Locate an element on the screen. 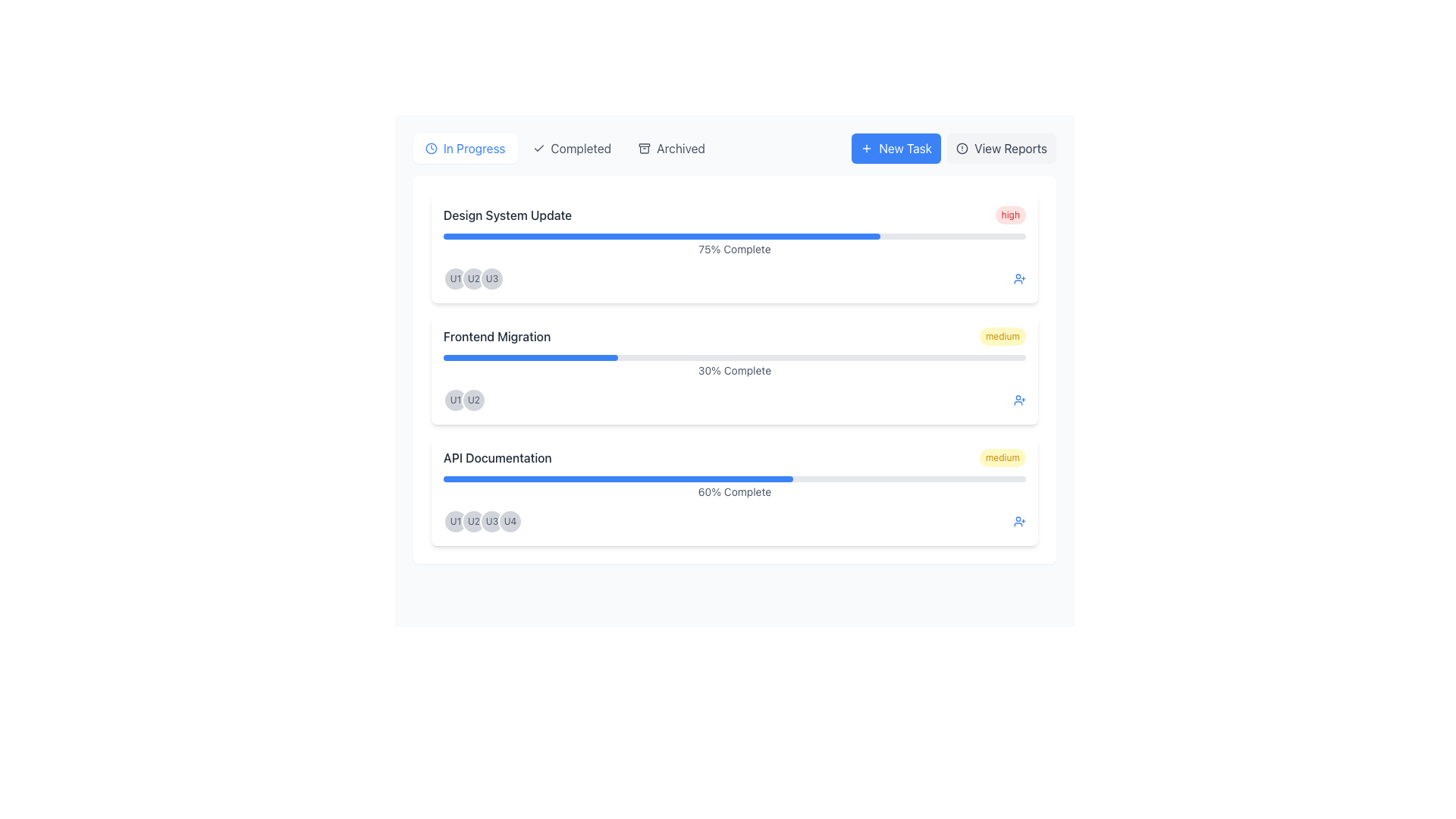  the 'New Task' button is located at coordinates (896, 149).